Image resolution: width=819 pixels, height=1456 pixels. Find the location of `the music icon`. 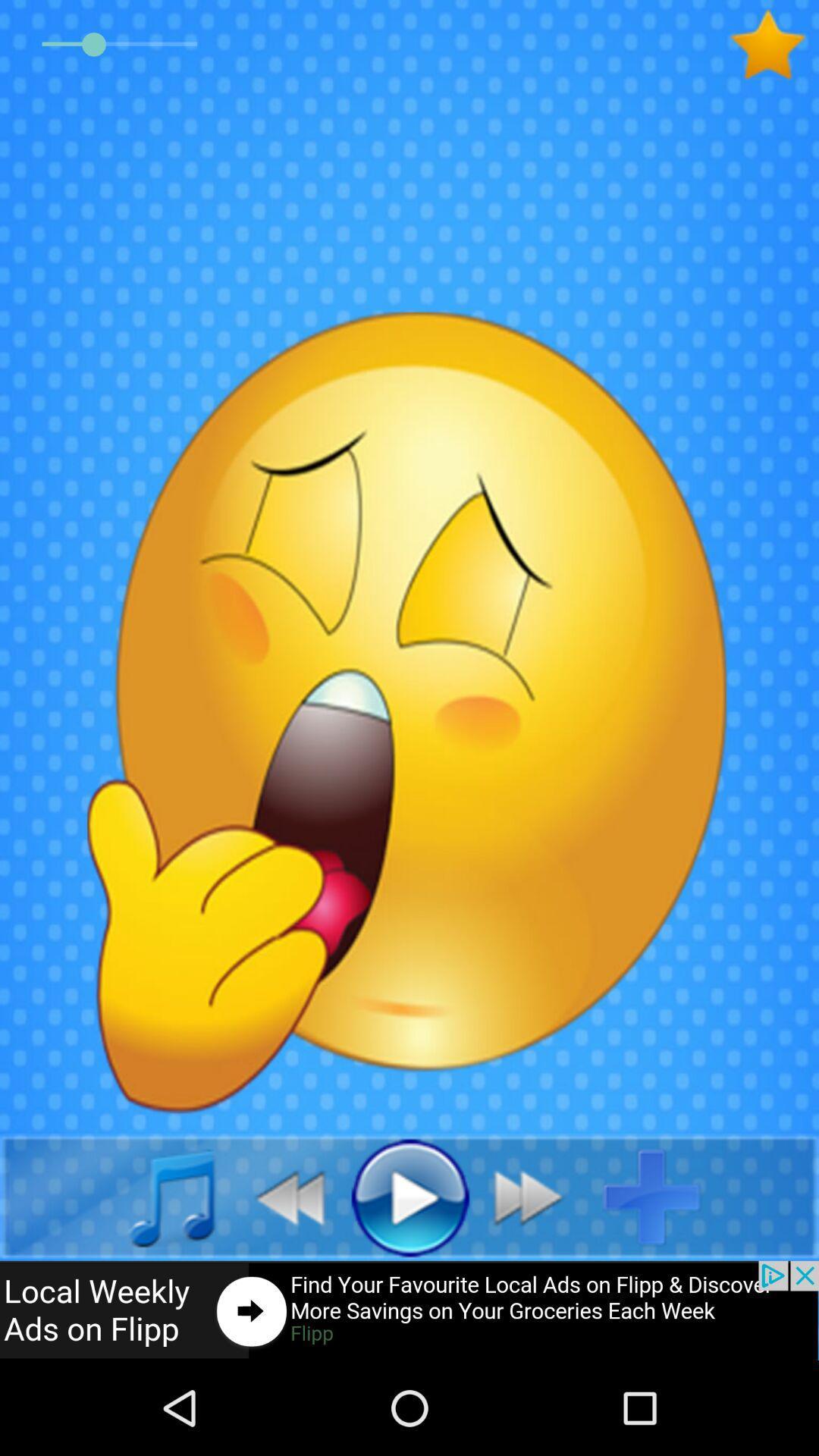

the music icon is located at coordinates (155, 1196).